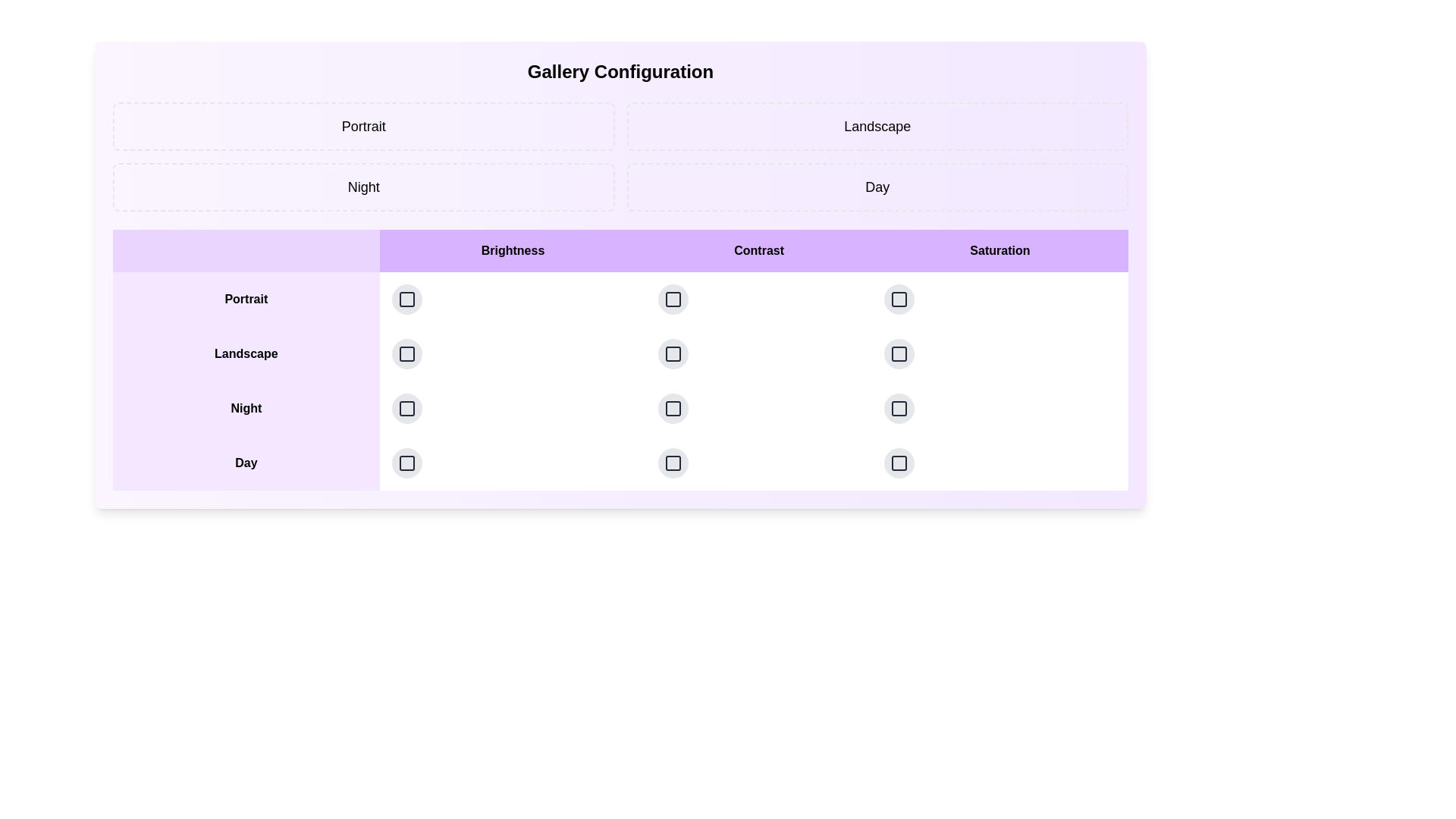 The width and height of the screenshot is (1456, 819). What do you see at coordinates (406, 462) in the screenshot?
I see `the checkbox in the fourth row under the 'Brightness' column, aligned with the 'Day' label` at bounding box center [406, 462].